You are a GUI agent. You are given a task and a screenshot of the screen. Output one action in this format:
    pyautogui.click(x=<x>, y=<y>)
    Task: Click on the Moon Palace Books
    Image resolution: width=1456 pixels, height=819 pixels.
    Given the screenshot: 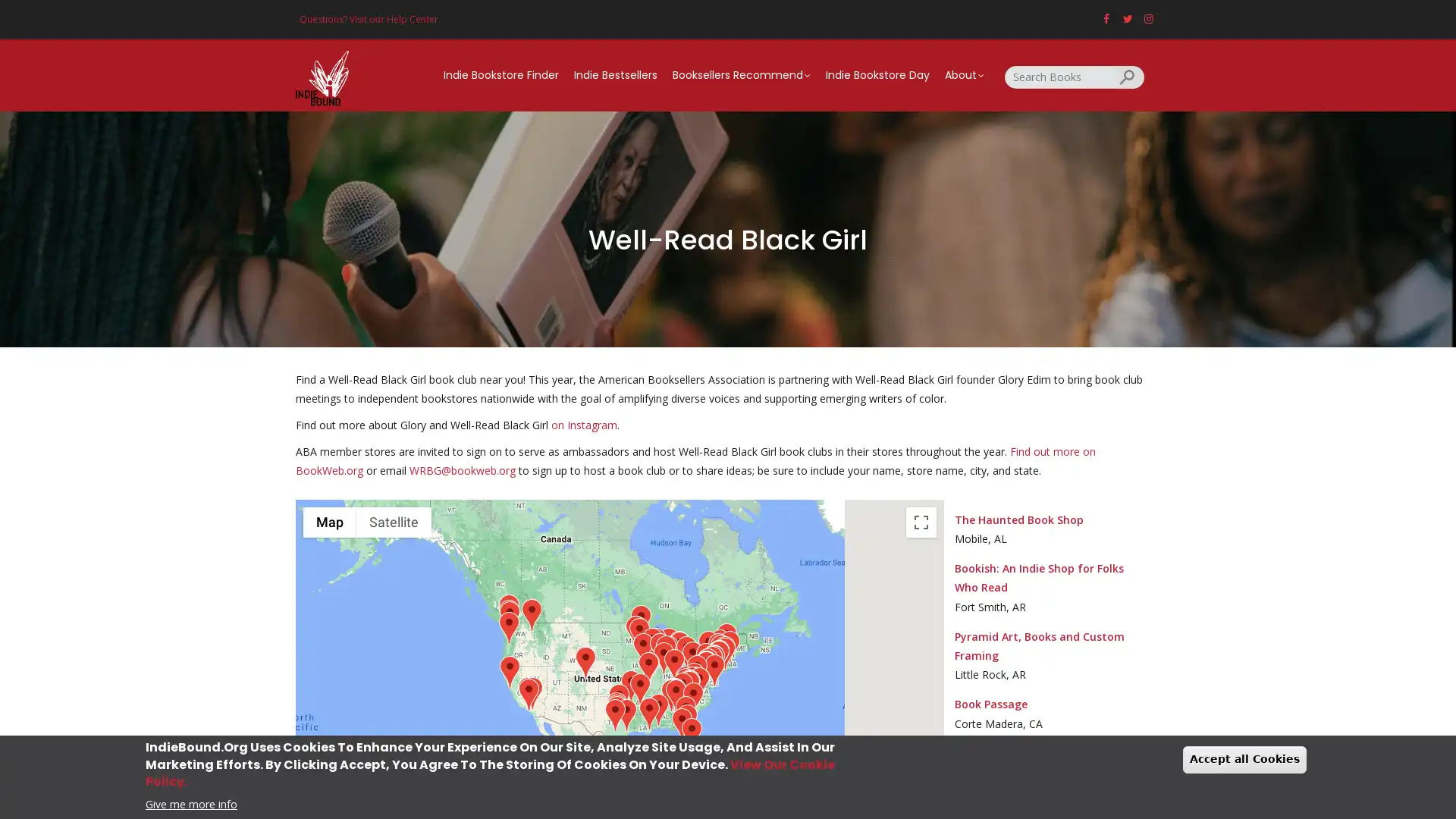 What is the action you would take?
    pyautogui.click(x=635, y=631)
    